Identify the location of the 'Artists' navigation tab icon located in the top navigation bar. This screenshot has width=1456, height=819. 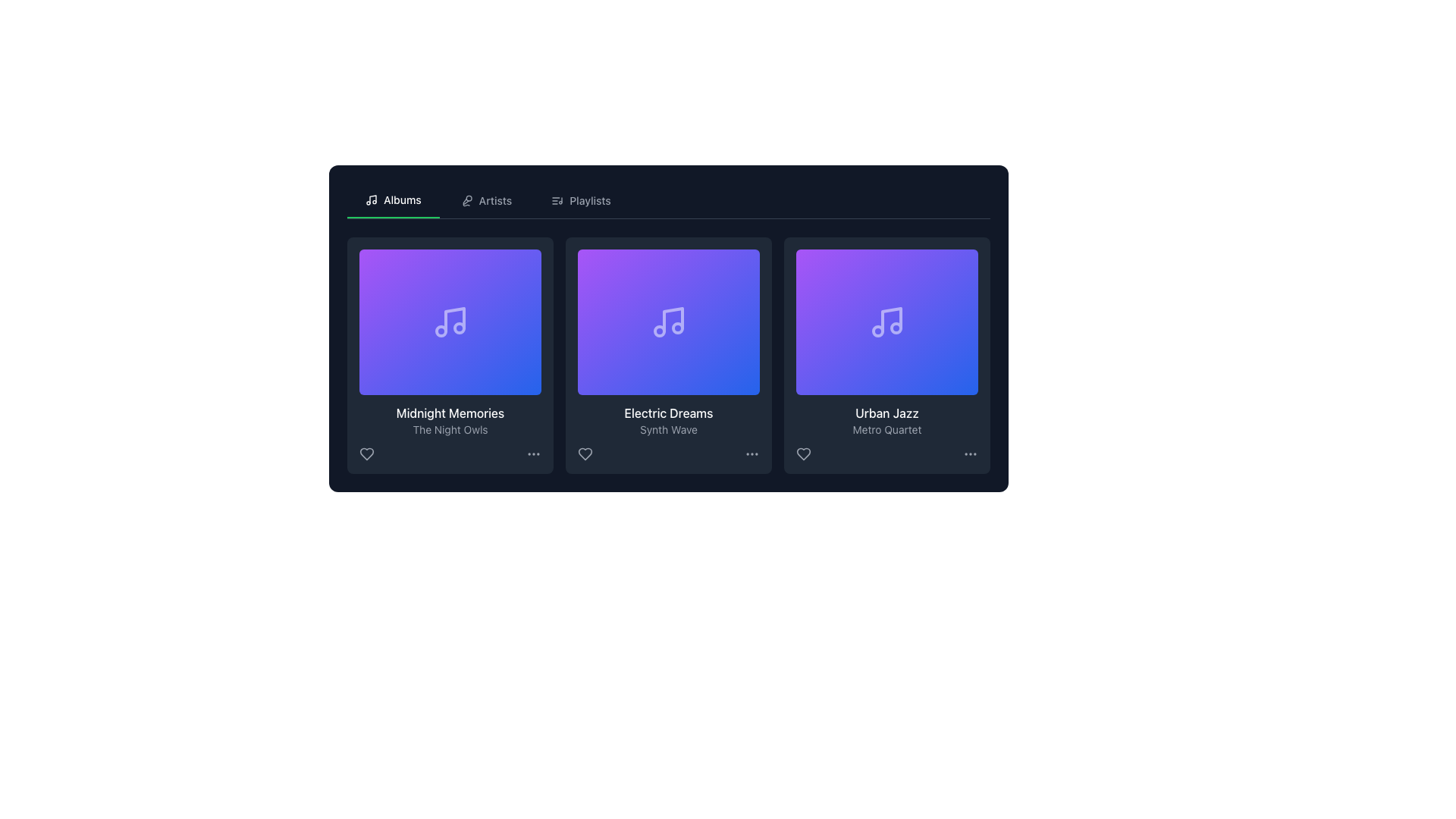
(466, 200).